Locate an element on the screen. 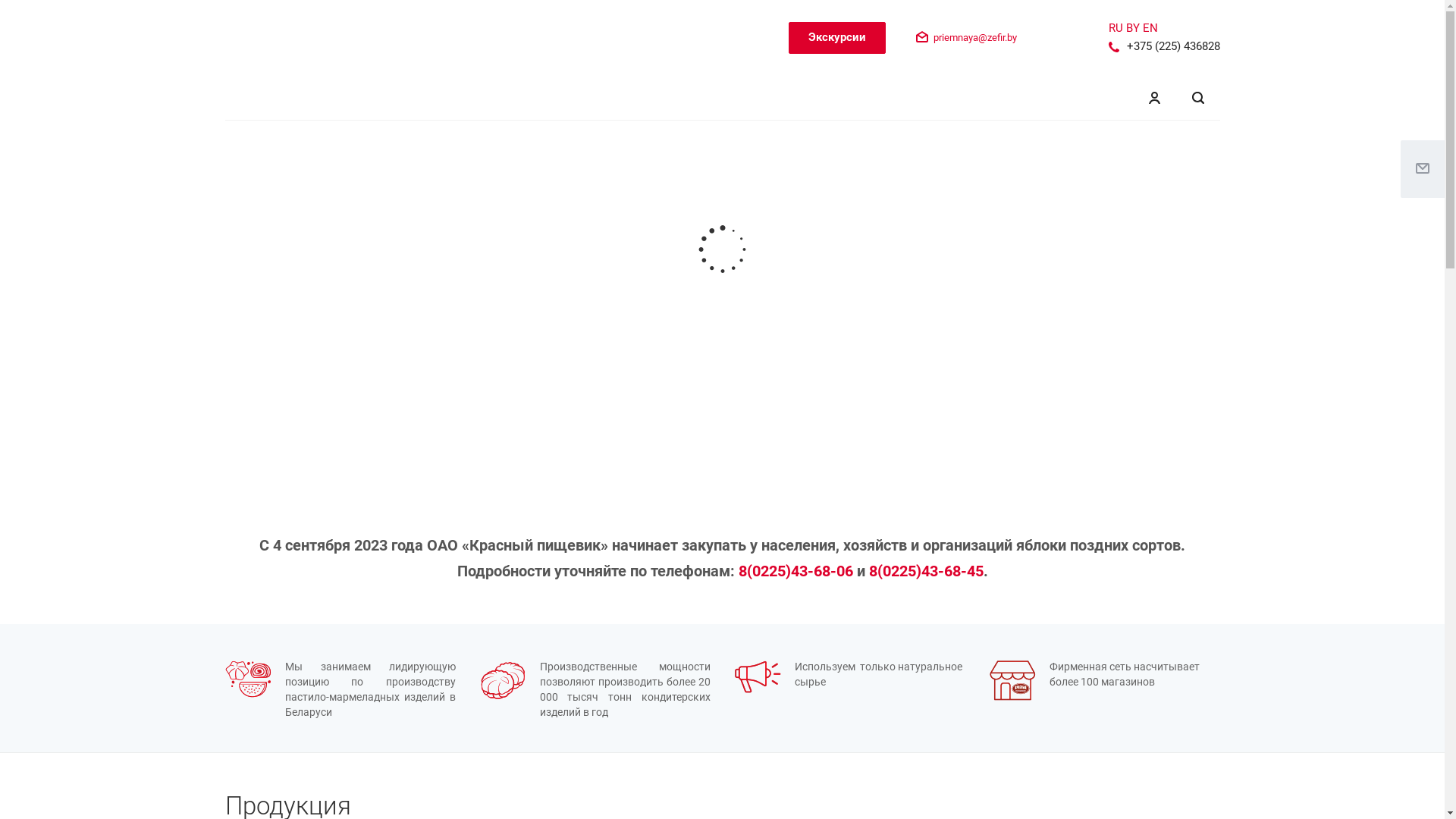 This screenshot has width=1456, height=819. 'priemnaya@zefir.by' is located at coordinates (975, 36).